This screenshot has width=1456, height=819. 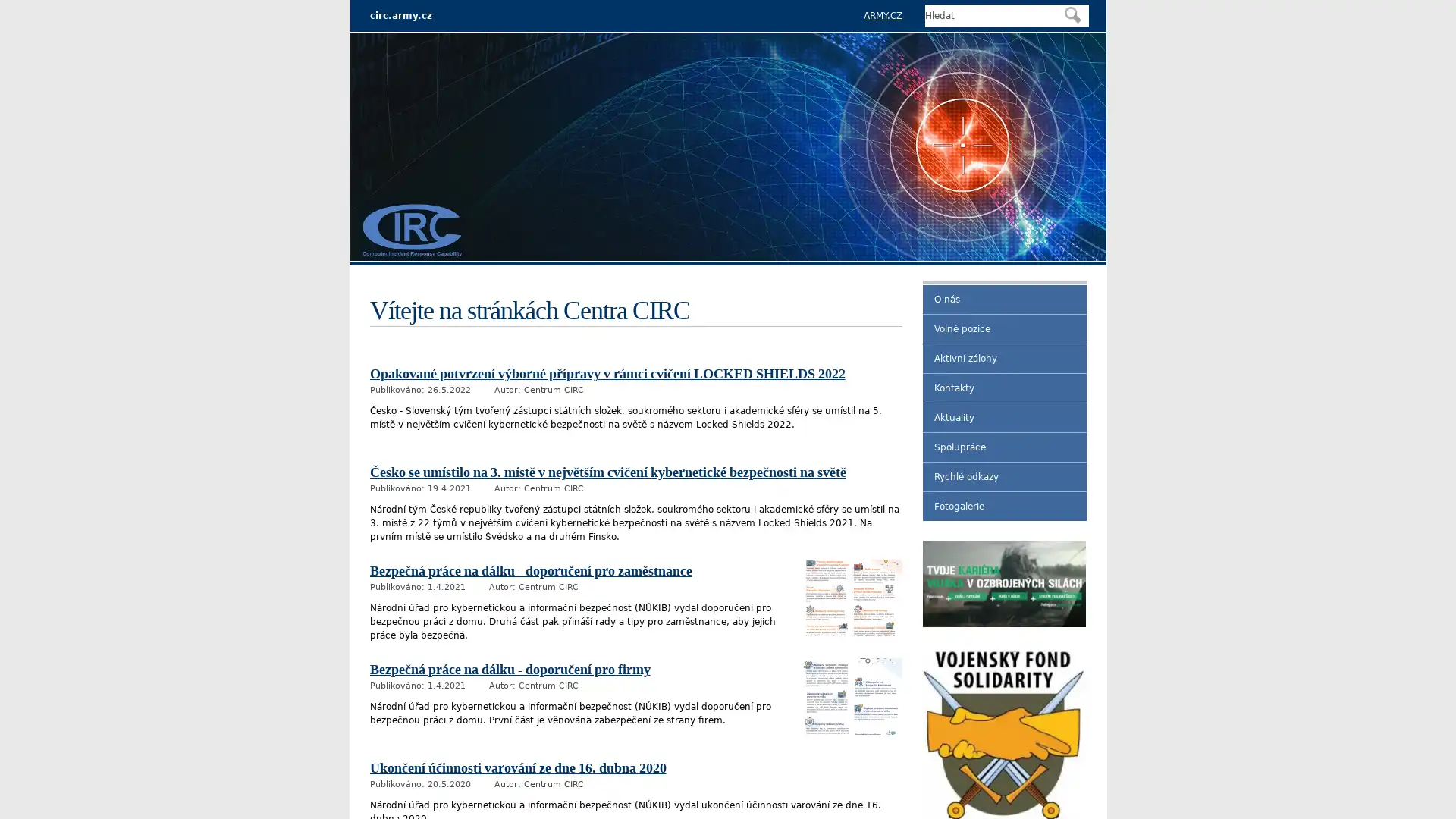 What do you see at coordinates (1072, 14) in the screenshot?
I see `Hledat` at bounding box center [1072, 14].